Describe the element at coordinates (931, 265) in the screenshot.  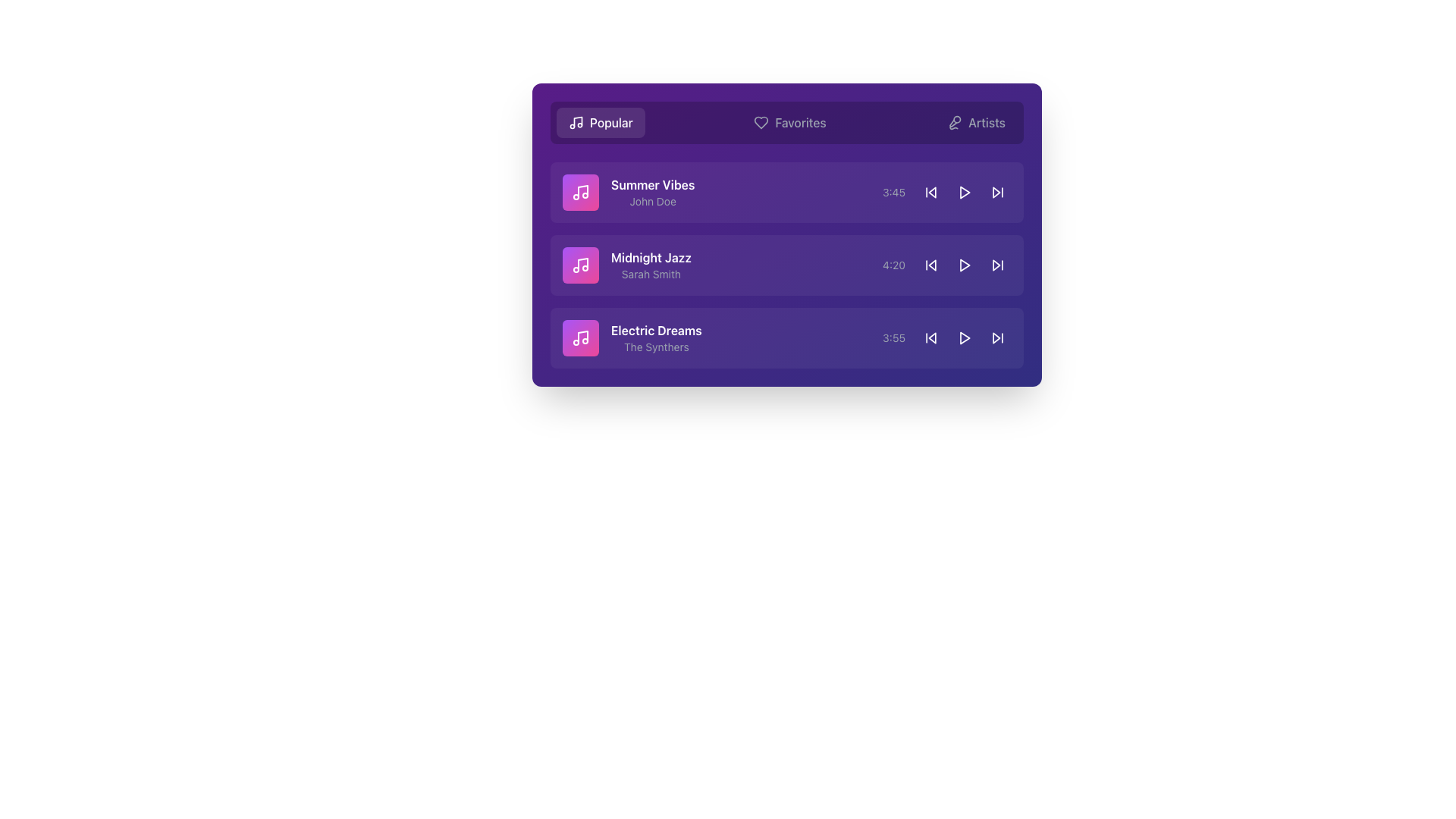
I see `the 'skip back' icon button for the audio controls of the second song item labeled 'Midnight Jazz'` at that location.